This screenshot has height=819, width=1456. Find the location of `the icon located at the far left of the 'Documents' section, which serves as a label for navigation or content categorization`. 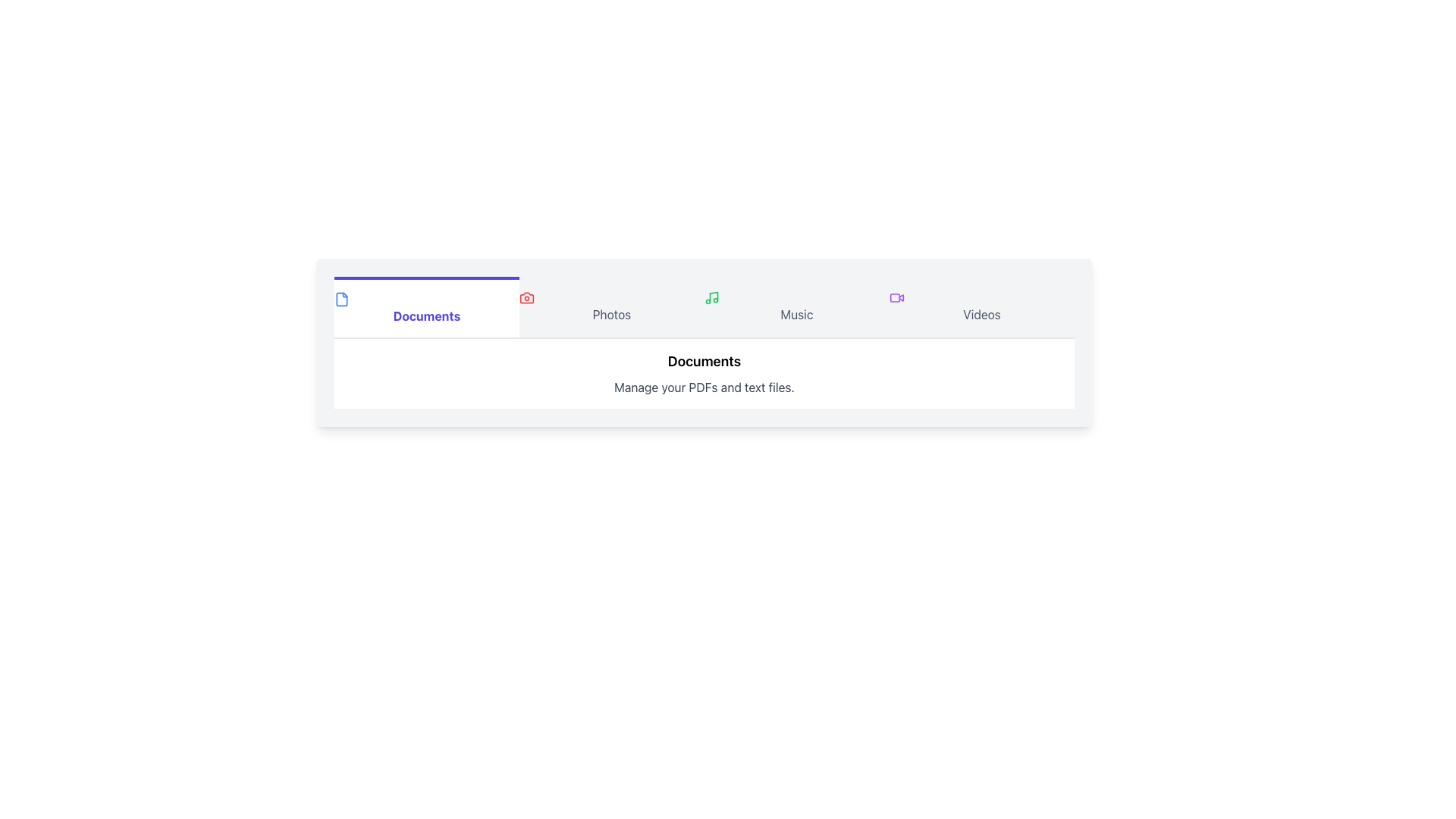

the icon located at the far left of the 'Documents' section, which serves as a label for navigation or content categorization is located at coordinates (341, 299).